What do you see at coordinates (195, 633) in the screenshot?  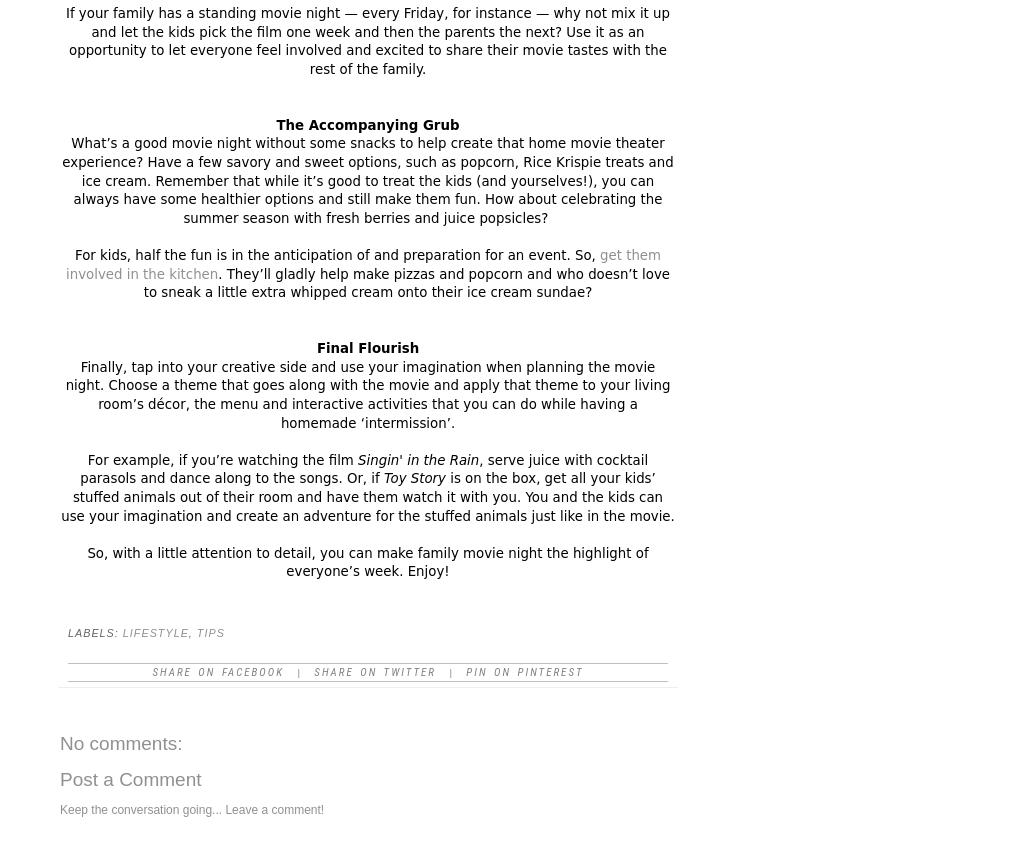 I see `'tips'` at bounding box center [195, 633].